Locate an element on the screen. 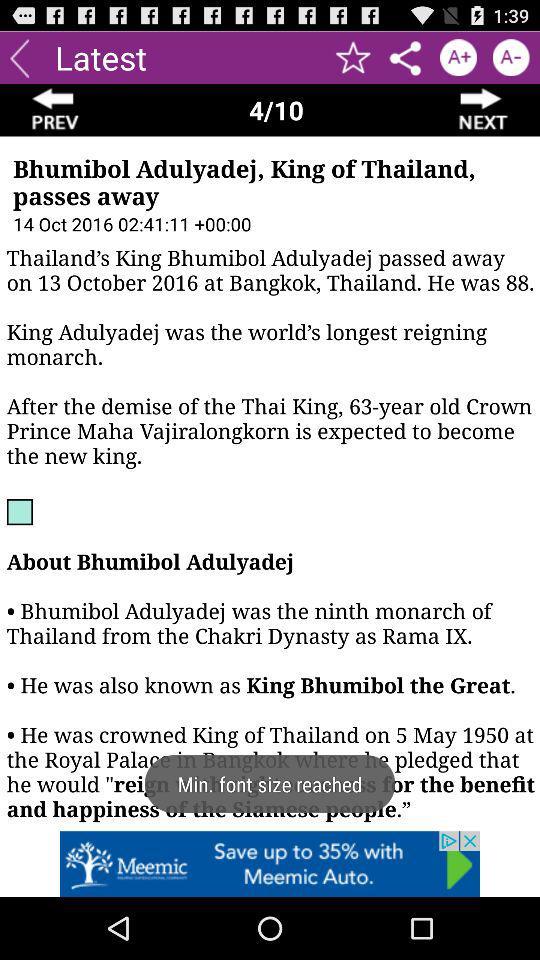 This screenshot has height=960, width=540. the font icon is located at coordinates (511, 61).